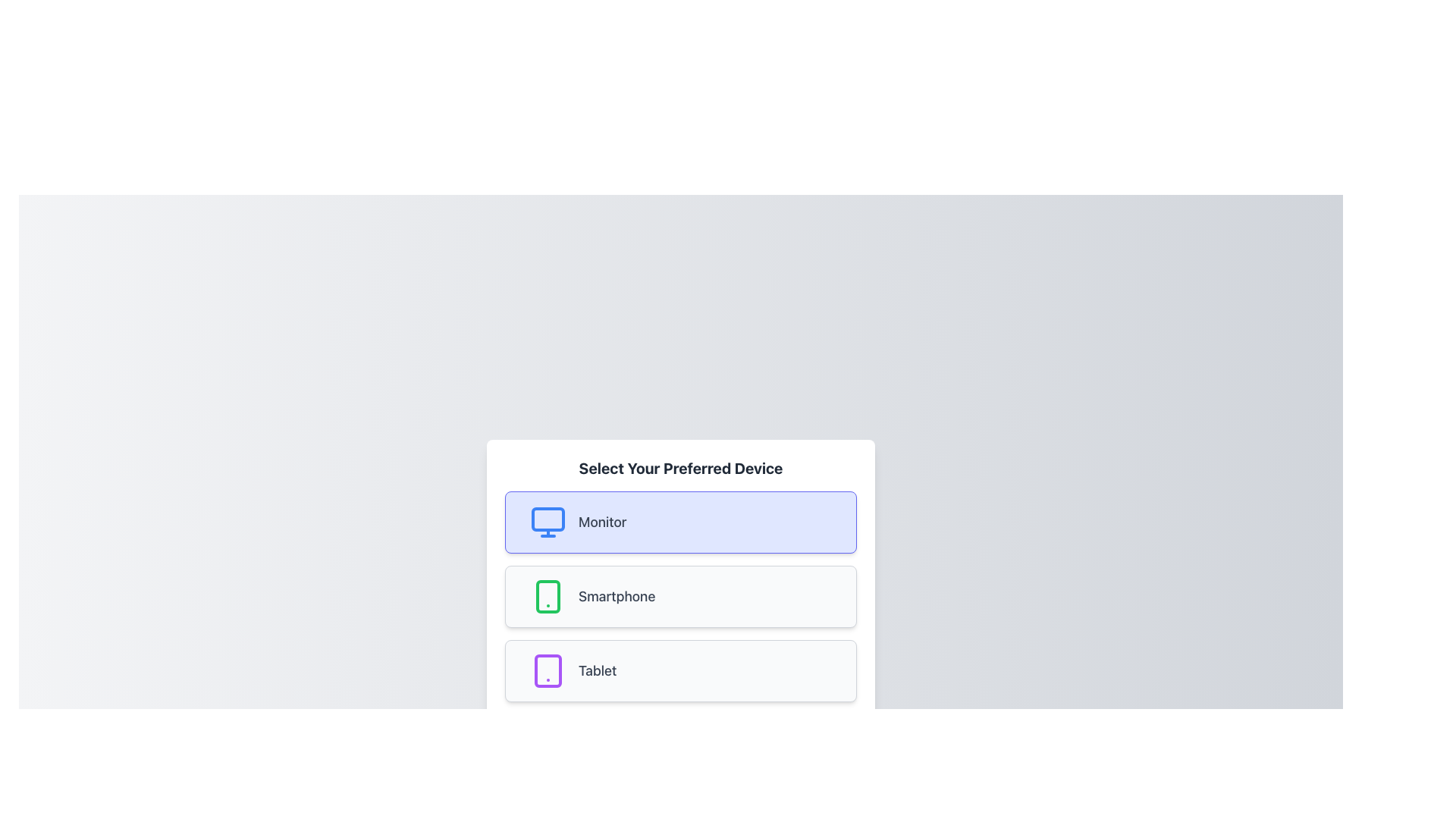 This screenshot has height=819, width=1456. Describe the element at coordinates (548, 522) in the screenshot. I see `the 'Monitor' icon located above the 'Monitor' label within the selection interface` at that location.